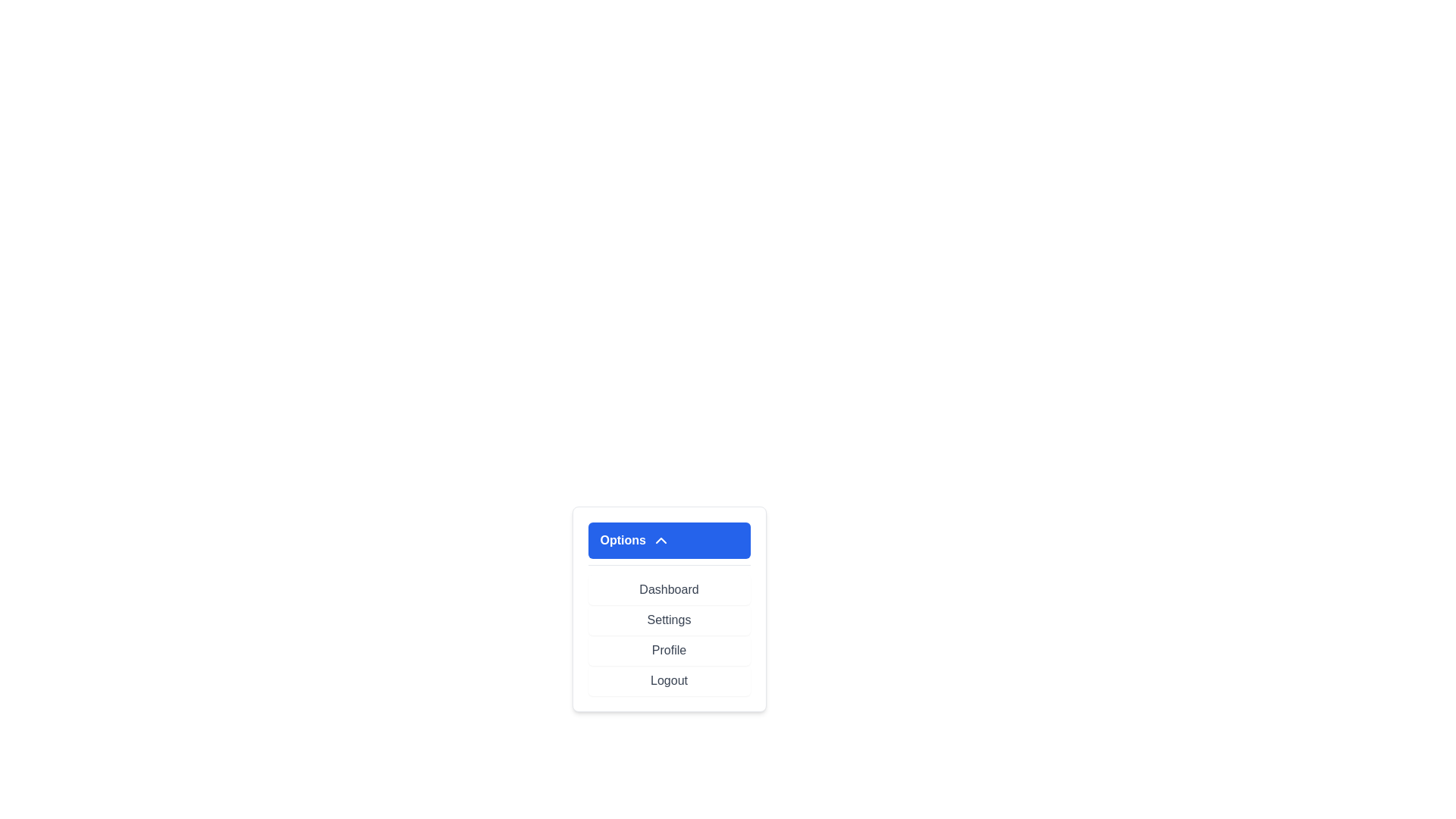 The width and height of the screenshot is (1456, 819). I want to click on 'Options' button to toggle the menu visibility, so click(668, 540).